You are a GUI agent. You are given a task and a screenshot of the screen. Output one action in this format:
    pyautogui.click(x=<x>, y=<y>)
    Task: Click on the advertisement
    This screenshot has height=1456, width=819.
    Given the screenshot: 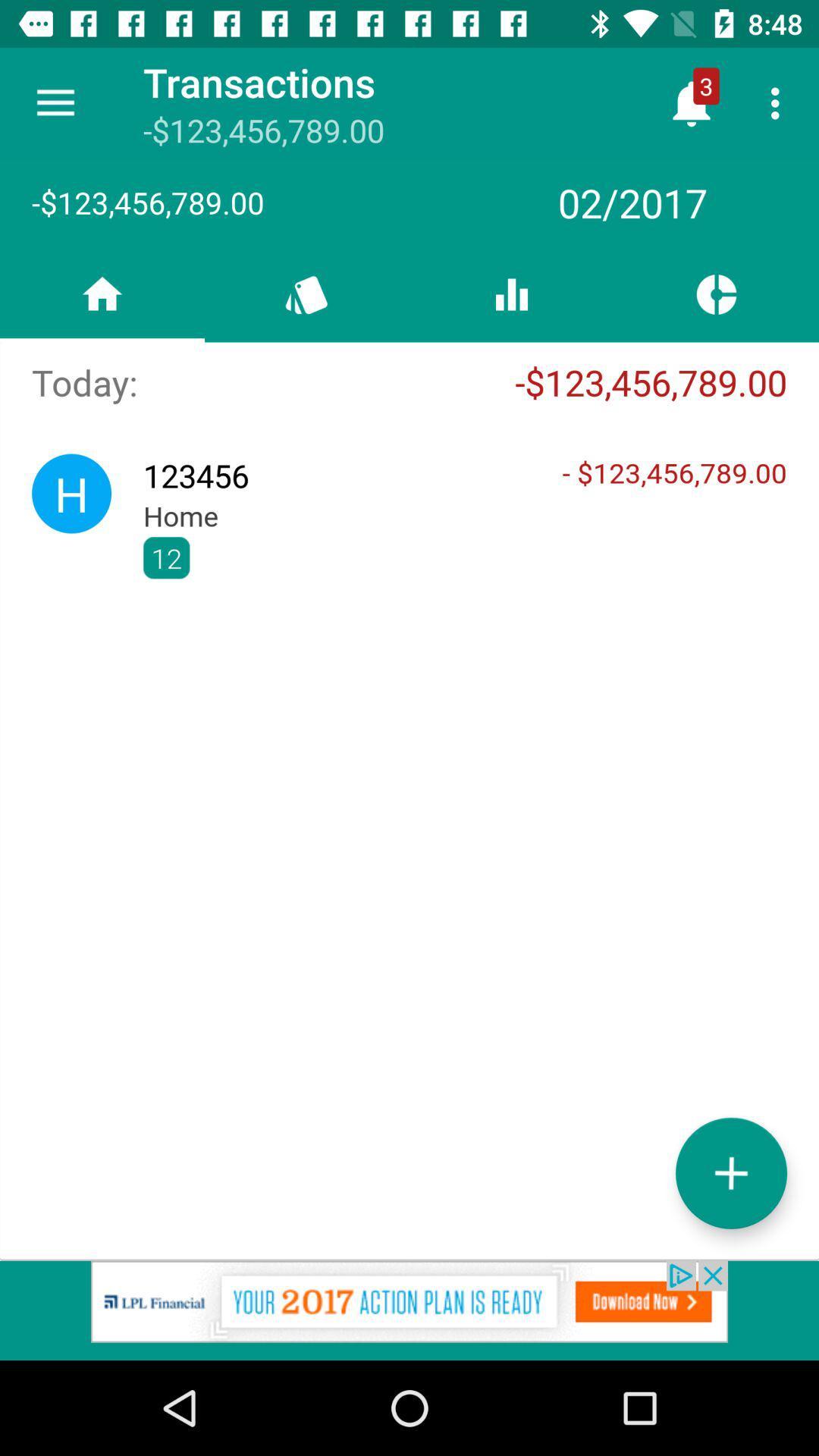 What is the action you would take?
    pyautogui.click(x=409, y=1310)
    